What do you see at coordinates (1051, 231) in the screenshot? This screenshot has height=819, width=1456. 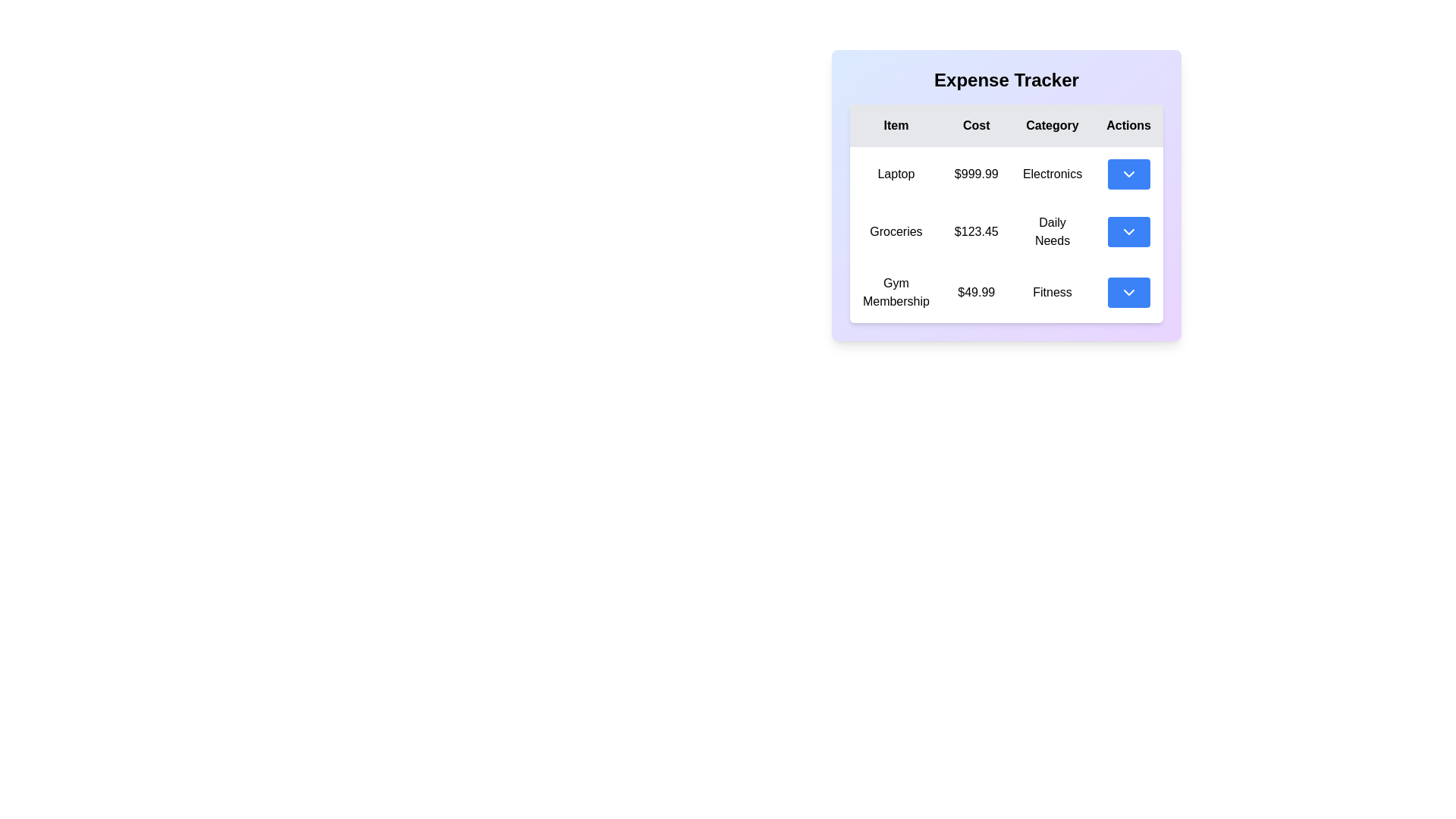 I see `the text label displaying 'Daily Needs' in the 'Category' column of the table, positioned under 'Groceries' and '$123.45'` at bounding box center [1051, 231].